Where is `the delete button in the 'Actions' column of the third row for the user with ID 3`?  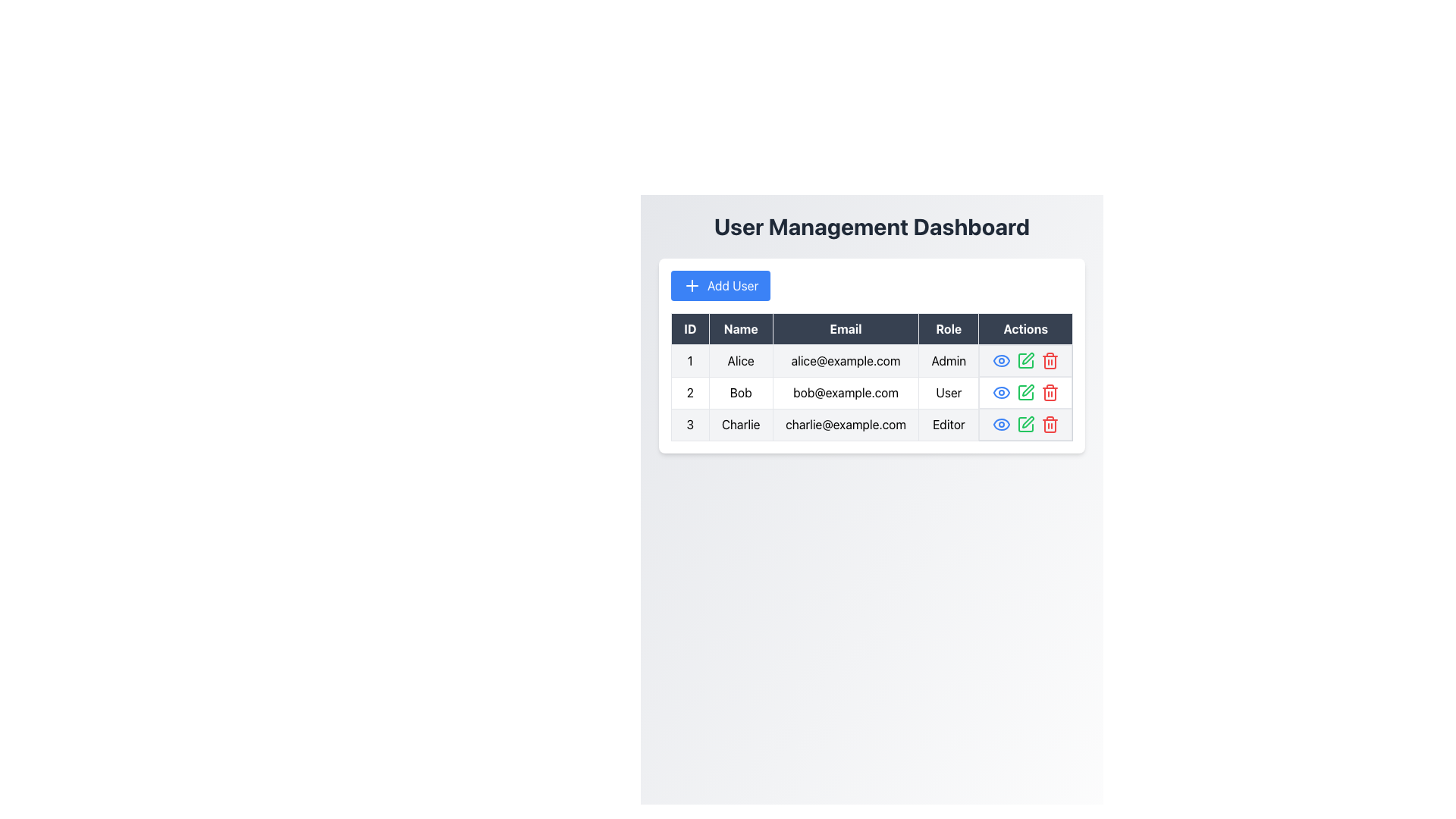
the delete button in the 'Actions' column of the third row for the user with ID 3 is located at coordinates (1049, 424).